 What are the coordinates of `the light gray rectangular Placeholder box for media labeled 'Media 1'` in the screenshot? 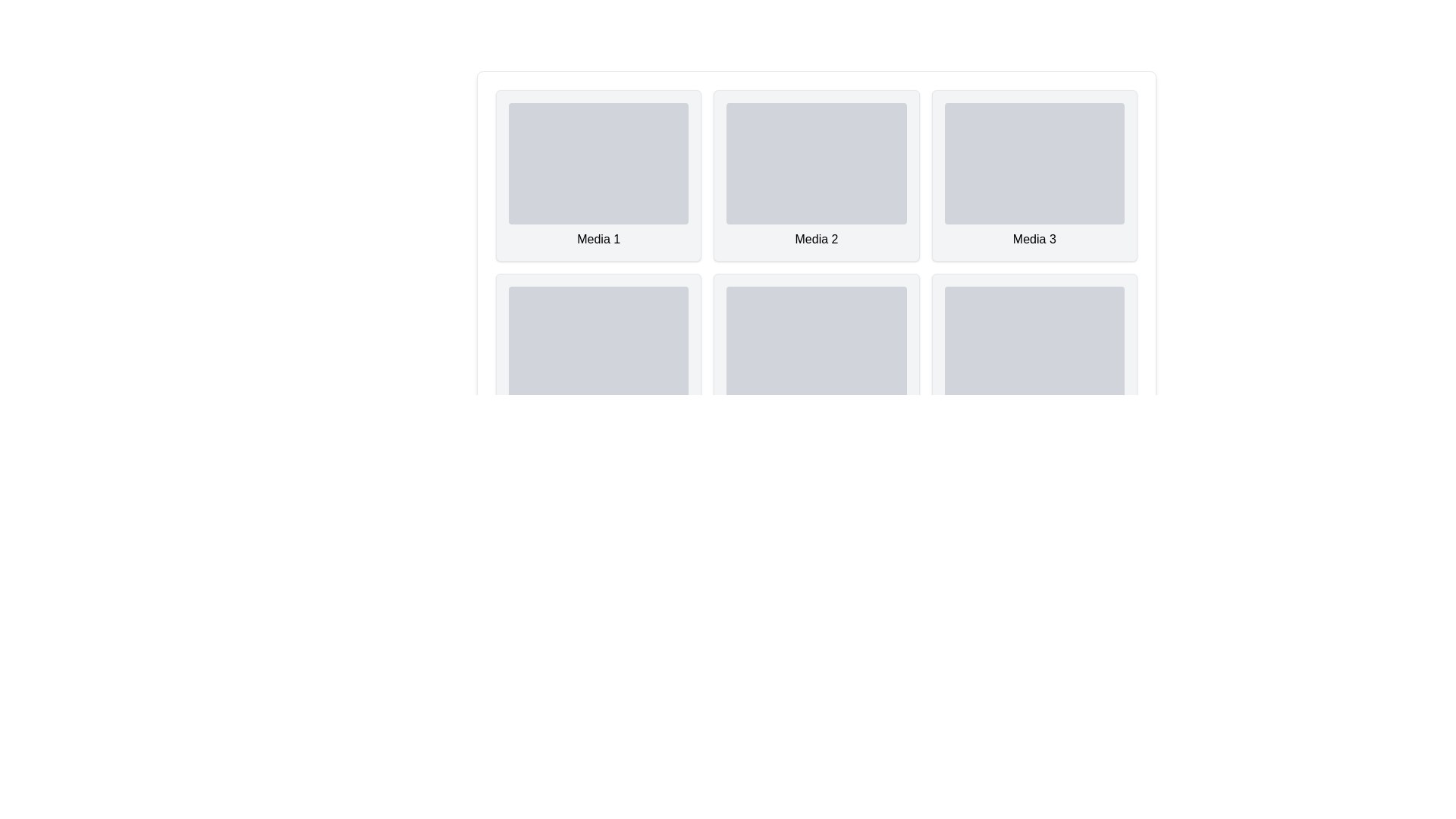 It's located at (598, 164).